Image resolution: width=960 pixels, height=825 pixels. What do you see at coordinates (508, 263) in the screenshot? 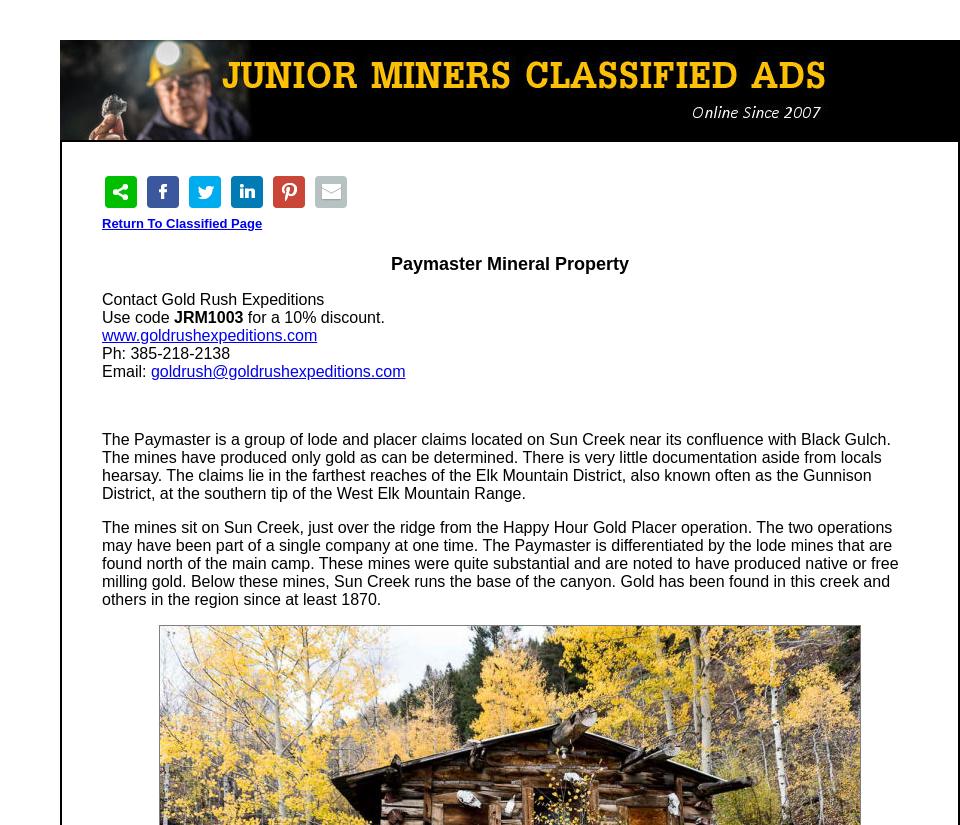
I see `'Paymaster Mineral Property'` at bounding box center [508, 263].